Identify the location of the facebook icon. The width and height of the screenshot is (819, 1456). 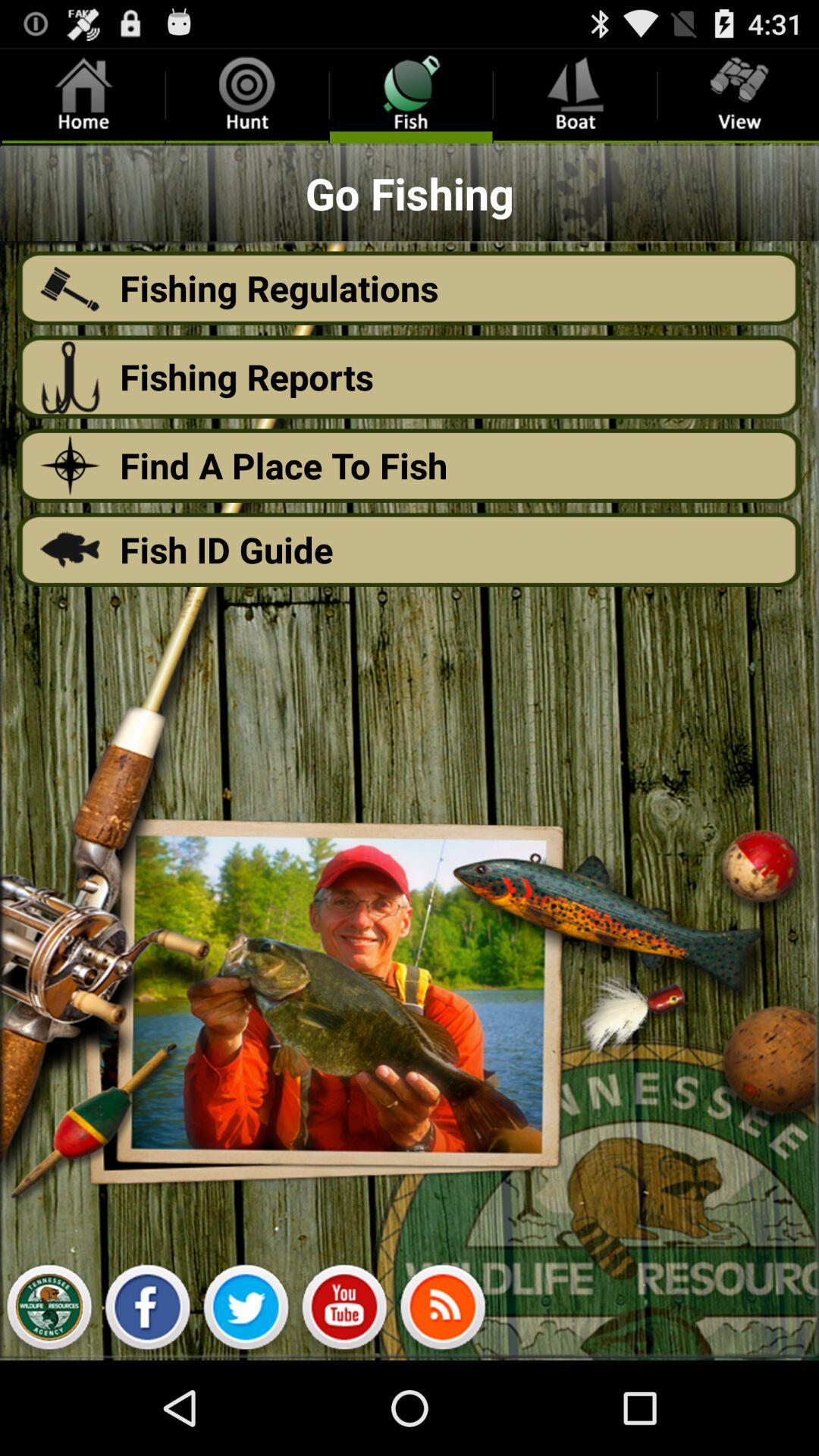
(147, 1402).